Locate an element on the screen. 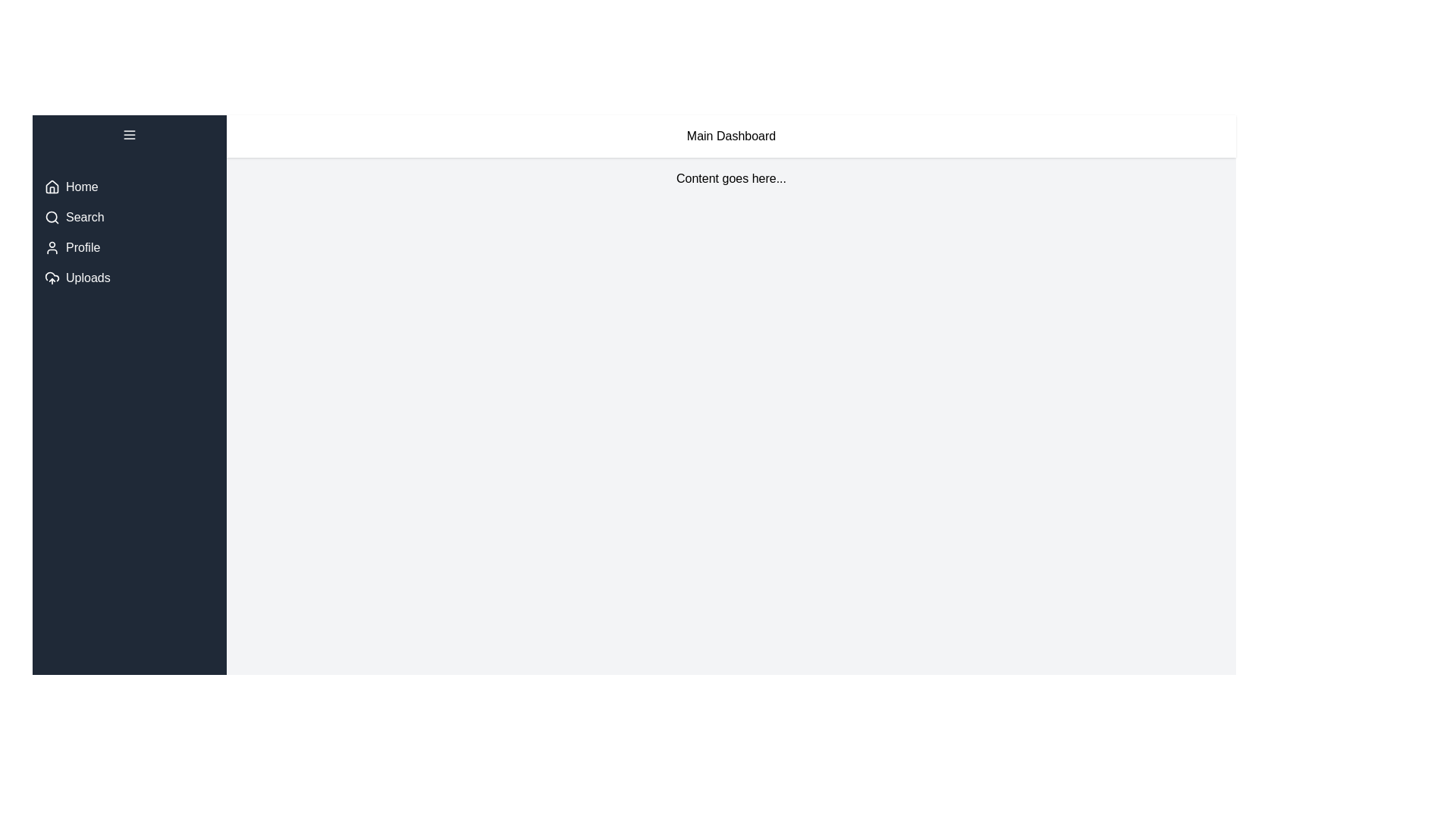  the 'Home' text label located at the top of the left-hand navigation bar is located at coordinates (81, 186).